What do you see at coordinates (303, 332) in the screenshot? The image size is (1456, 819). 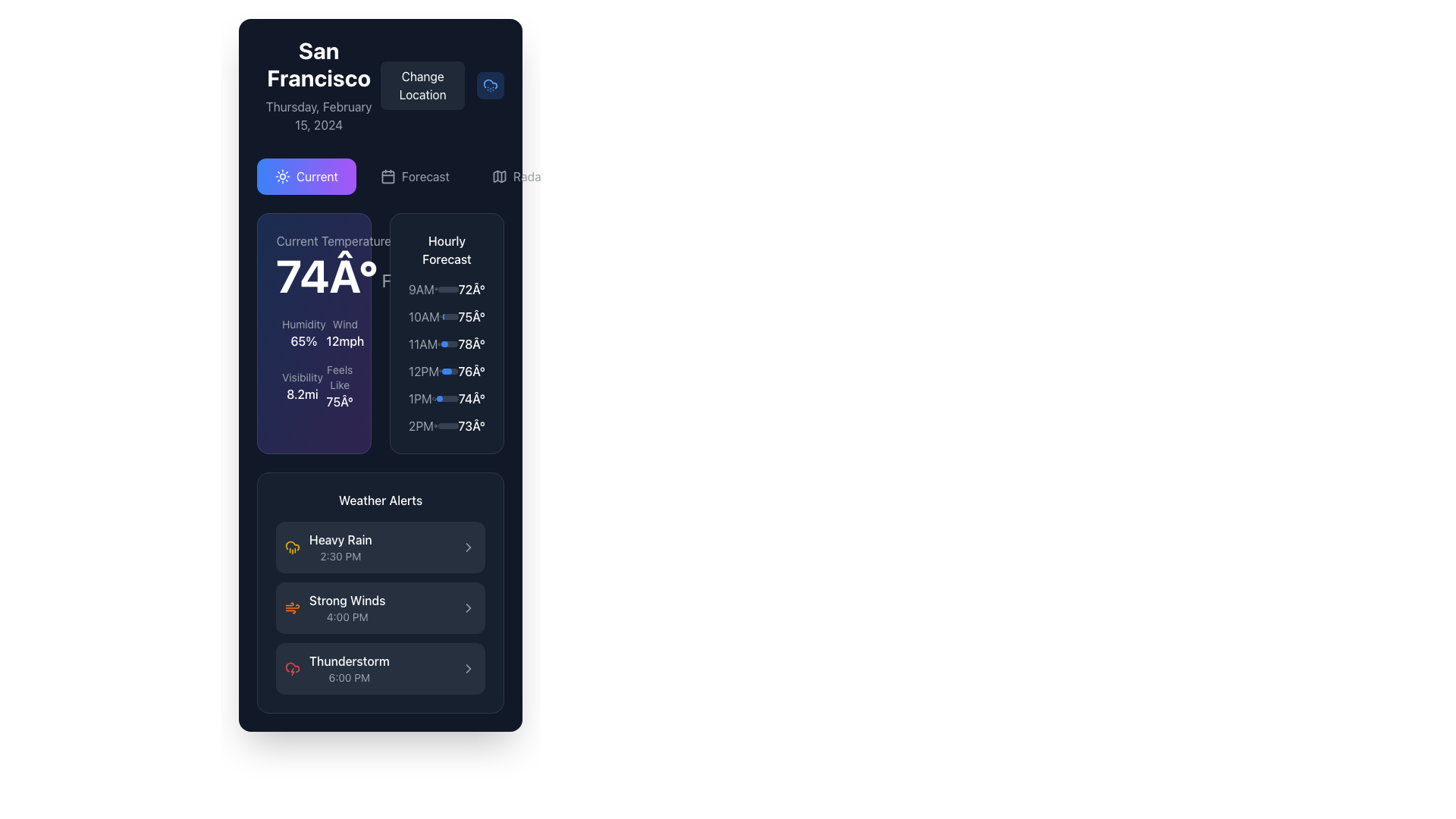 I see `adjacent elements for weather details near the 'Humidity 65%' text display in the Current Temperature section of the weather application` at bounding box center [303, 332].